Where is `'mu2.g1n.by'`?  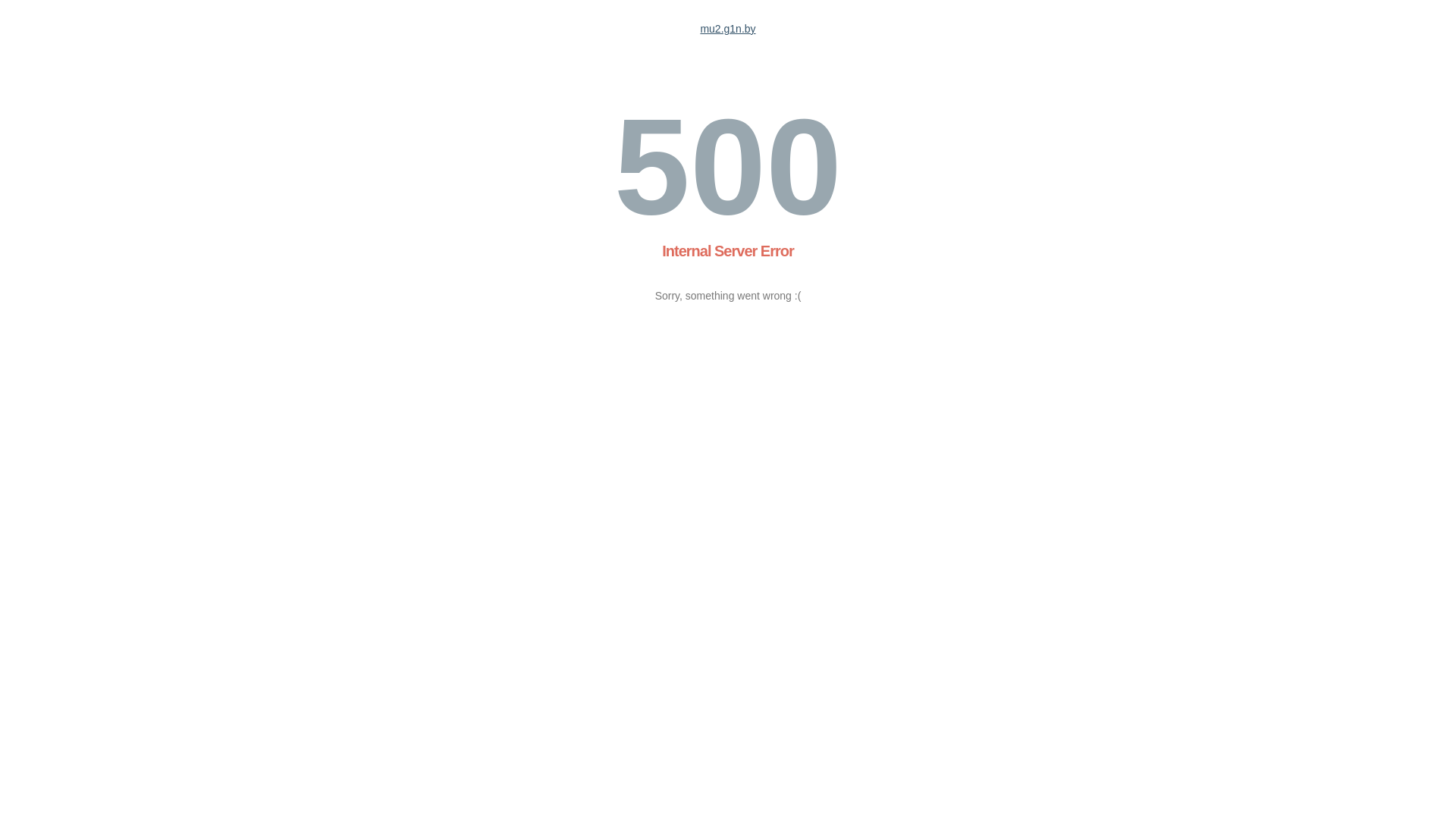 'mu2.g1n.by' is located at coordinates (726, 29).